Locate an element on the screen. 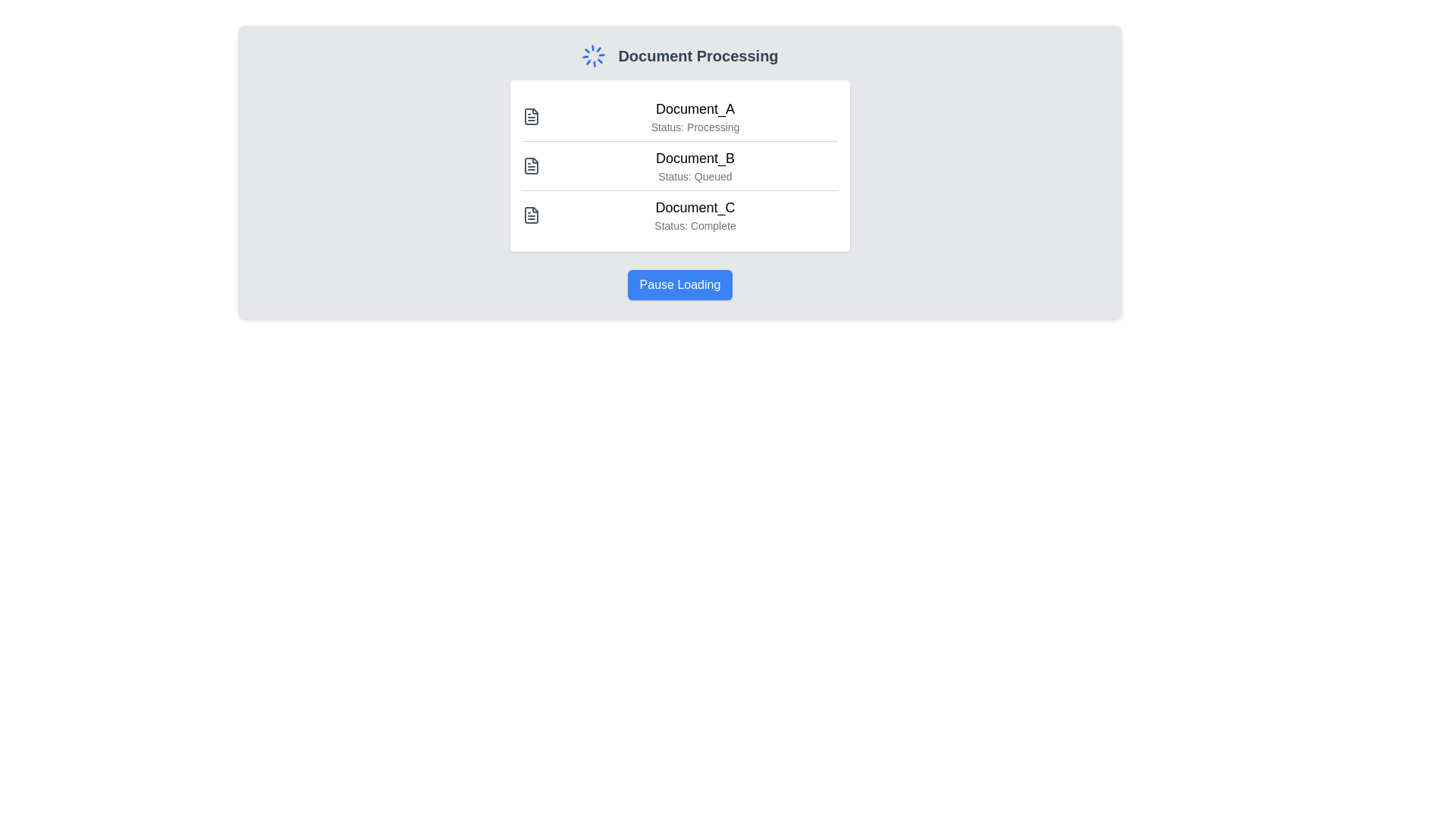 Image resolution: width=1456 pixels, height=819 pixels. text from the Header with Icon that serves as the title for the document processing section, located at the top of a grey card is located at coordinates (679, 55).